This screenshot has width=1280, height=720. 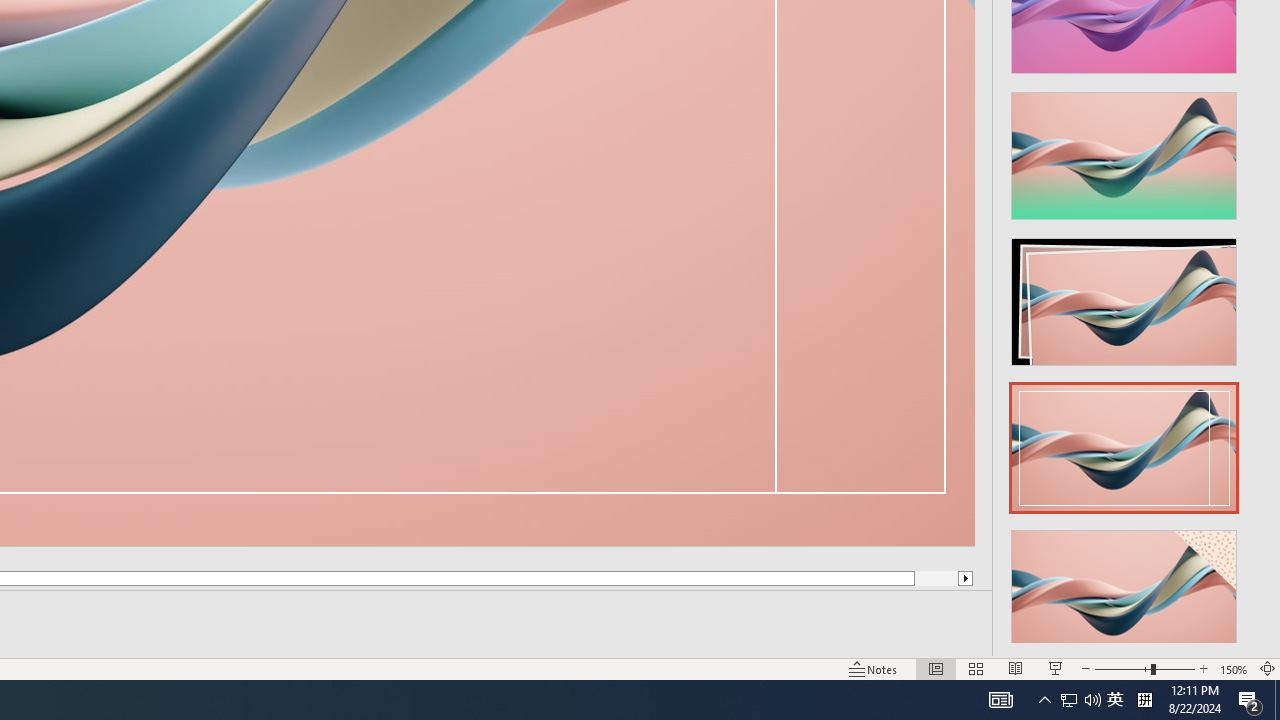 I want to click on 'Zoom 150%', so click(x=1233, y=669).